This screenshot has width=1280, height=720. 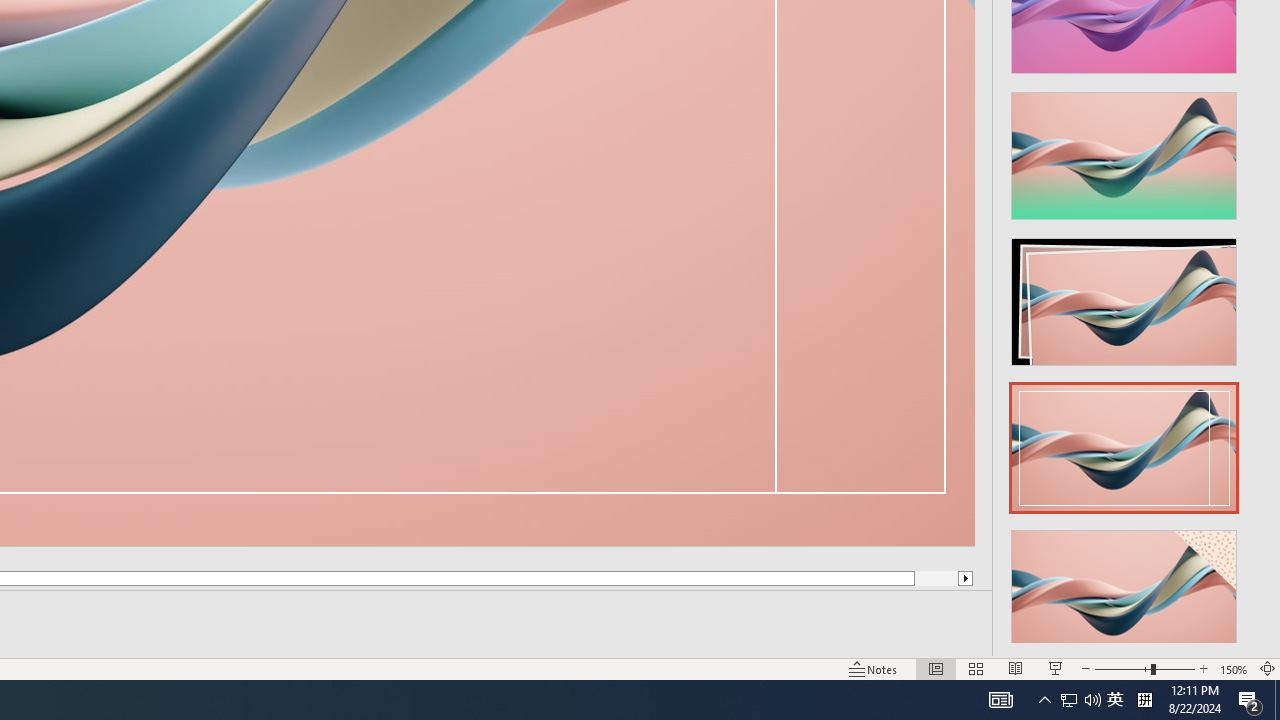 I want to click on 'Zoom 150%', so click(x=1233, y=669).